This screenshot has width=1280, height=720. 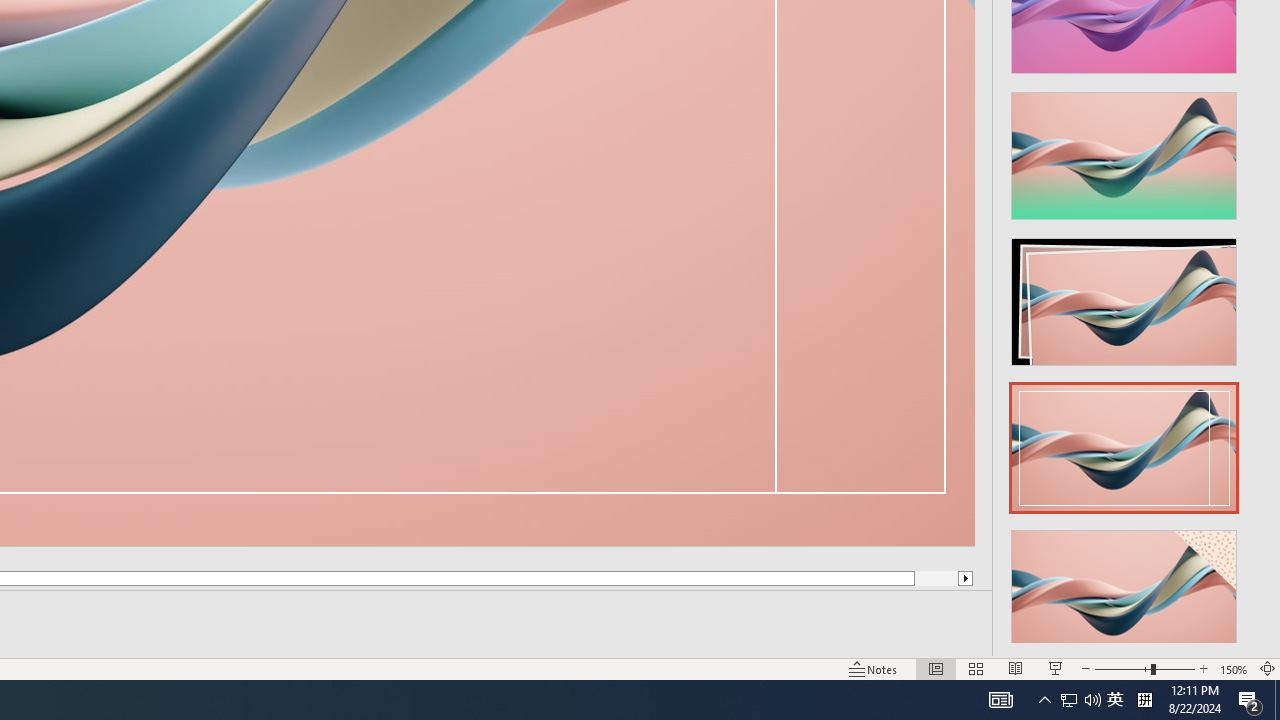 I want to click on 'Zoom 150%', so click(x=1233, y=669).